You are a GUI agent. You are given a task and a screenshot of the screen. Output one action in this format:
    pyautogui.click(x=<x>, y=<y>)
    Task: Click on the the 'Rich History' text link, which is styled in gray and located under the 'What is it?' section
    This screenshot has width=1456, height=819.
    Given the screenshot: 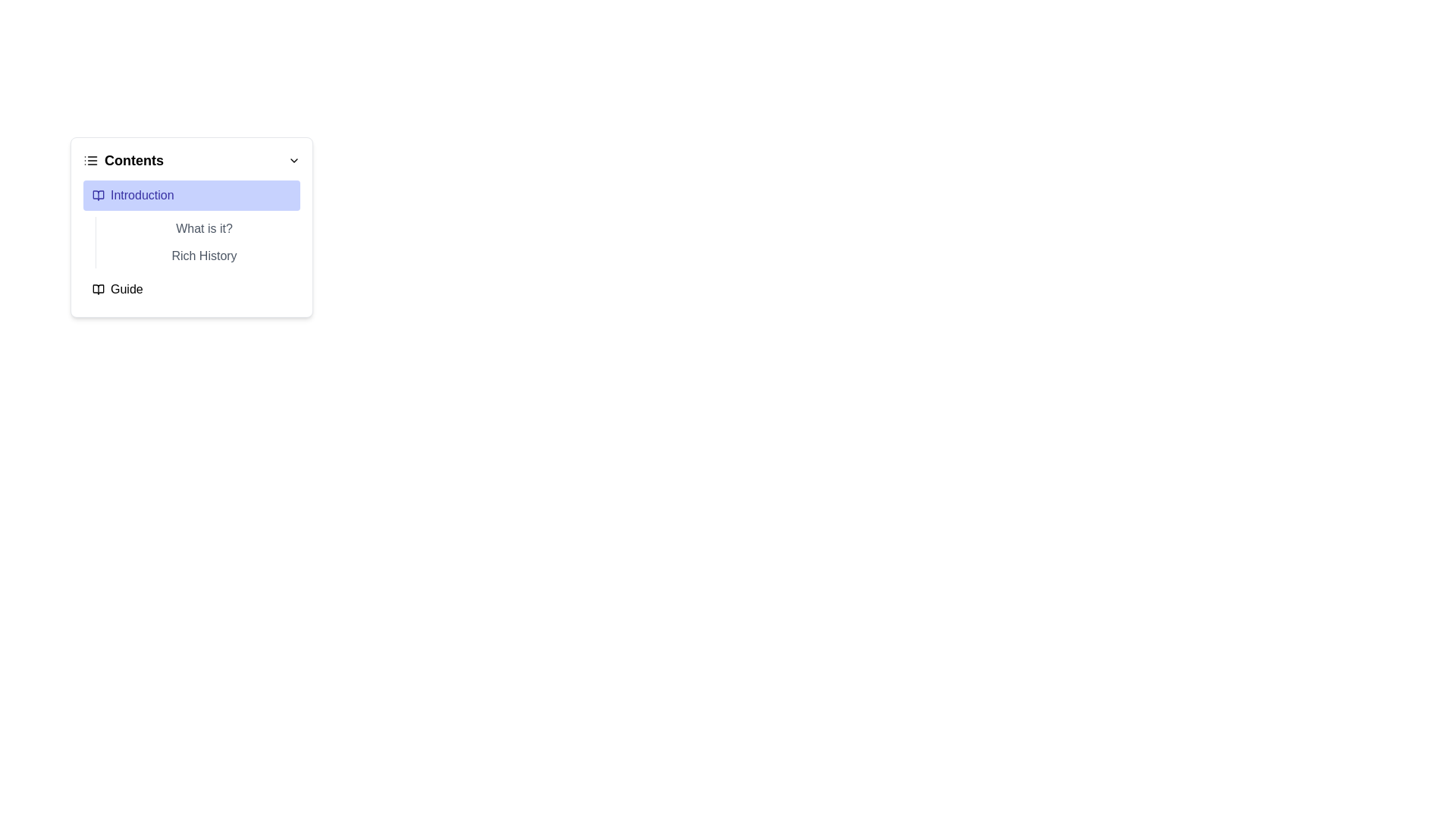 What is the action you would take?
    pyautogui.click(x=203, y=256)
    